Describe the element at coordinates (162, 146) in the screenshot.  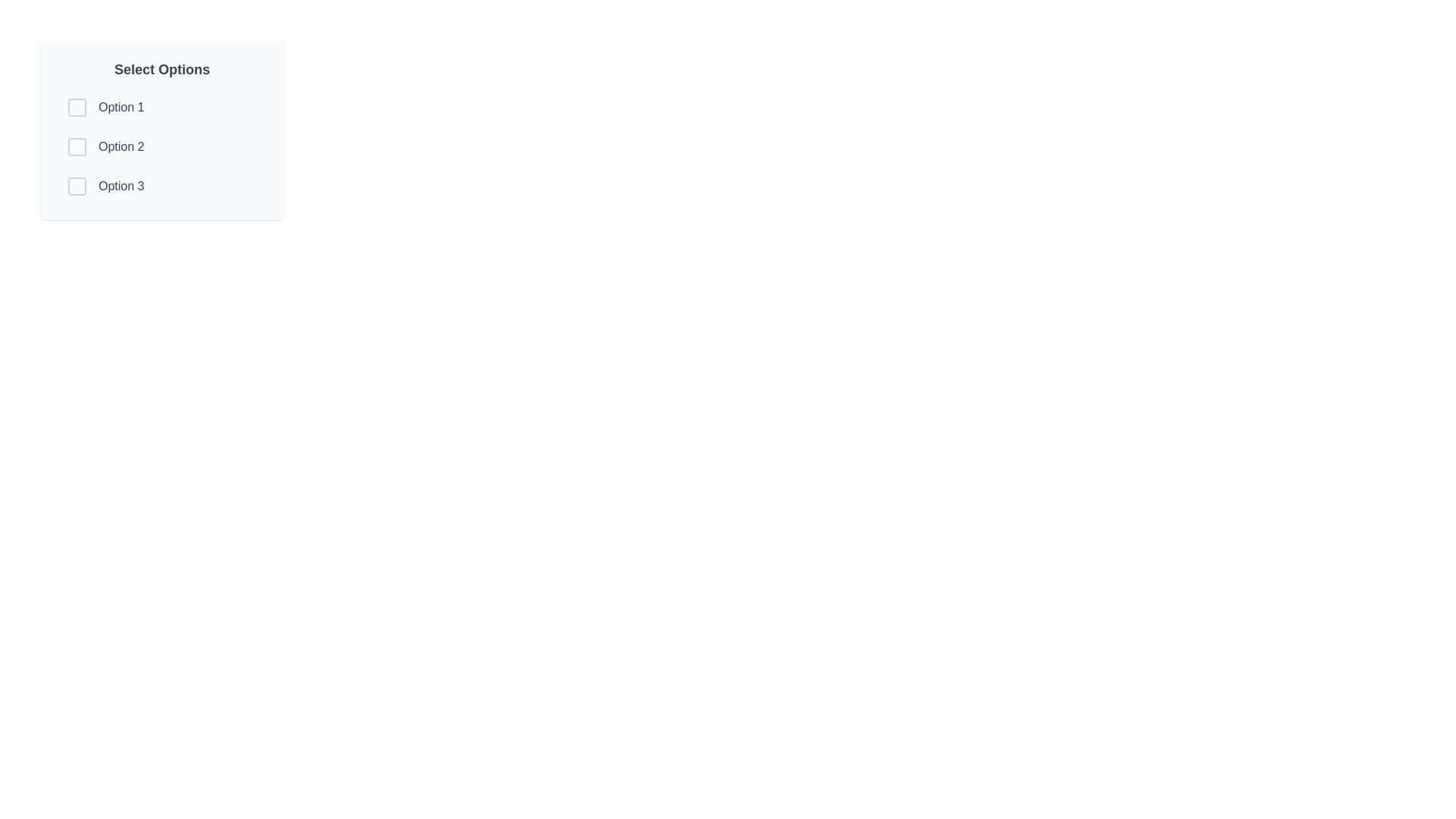
I see `the selectable option list located below the title 'Select Options'` at that location.